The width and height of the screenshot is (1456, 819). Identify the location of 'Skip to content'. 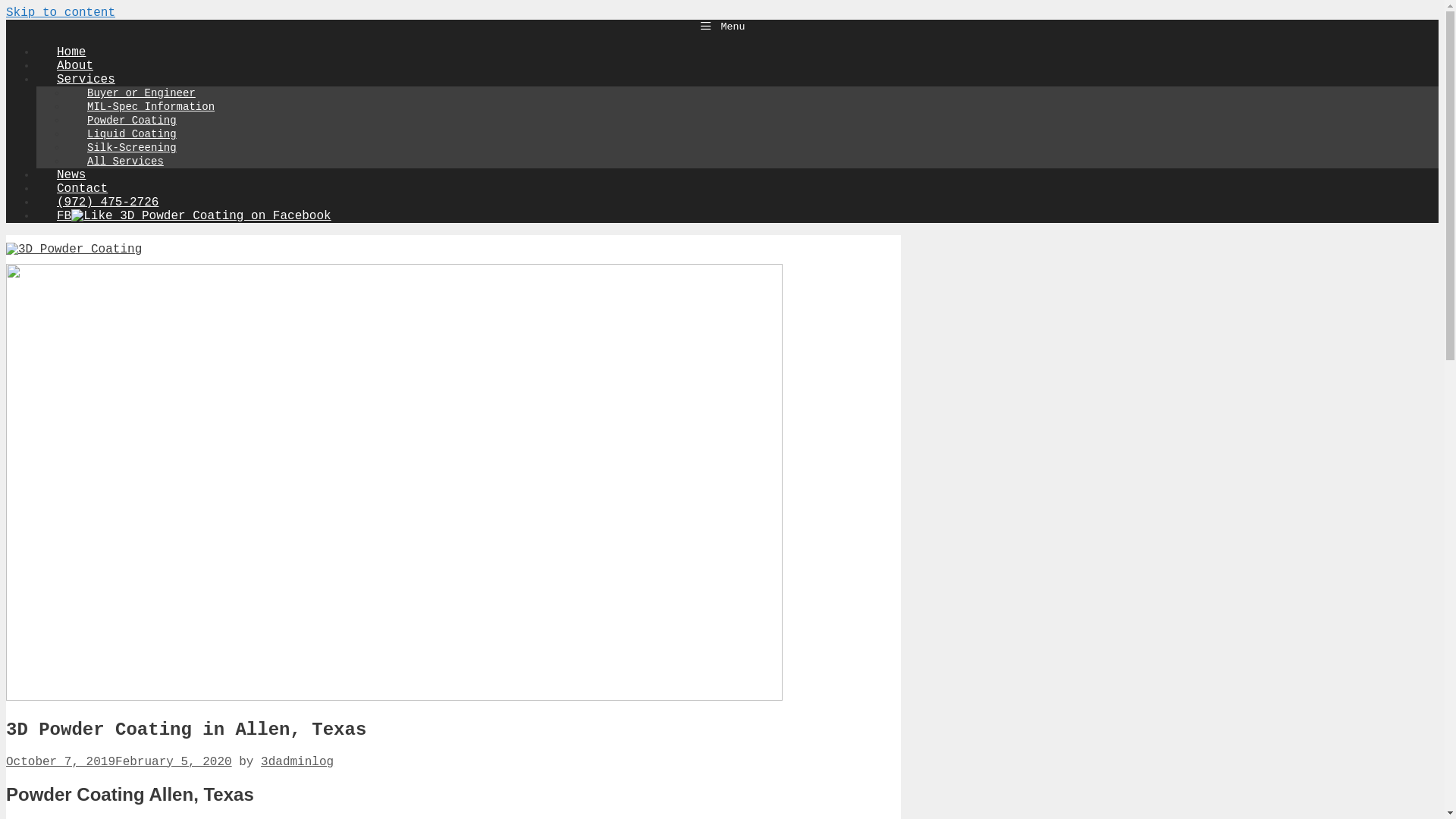
(61, 12).